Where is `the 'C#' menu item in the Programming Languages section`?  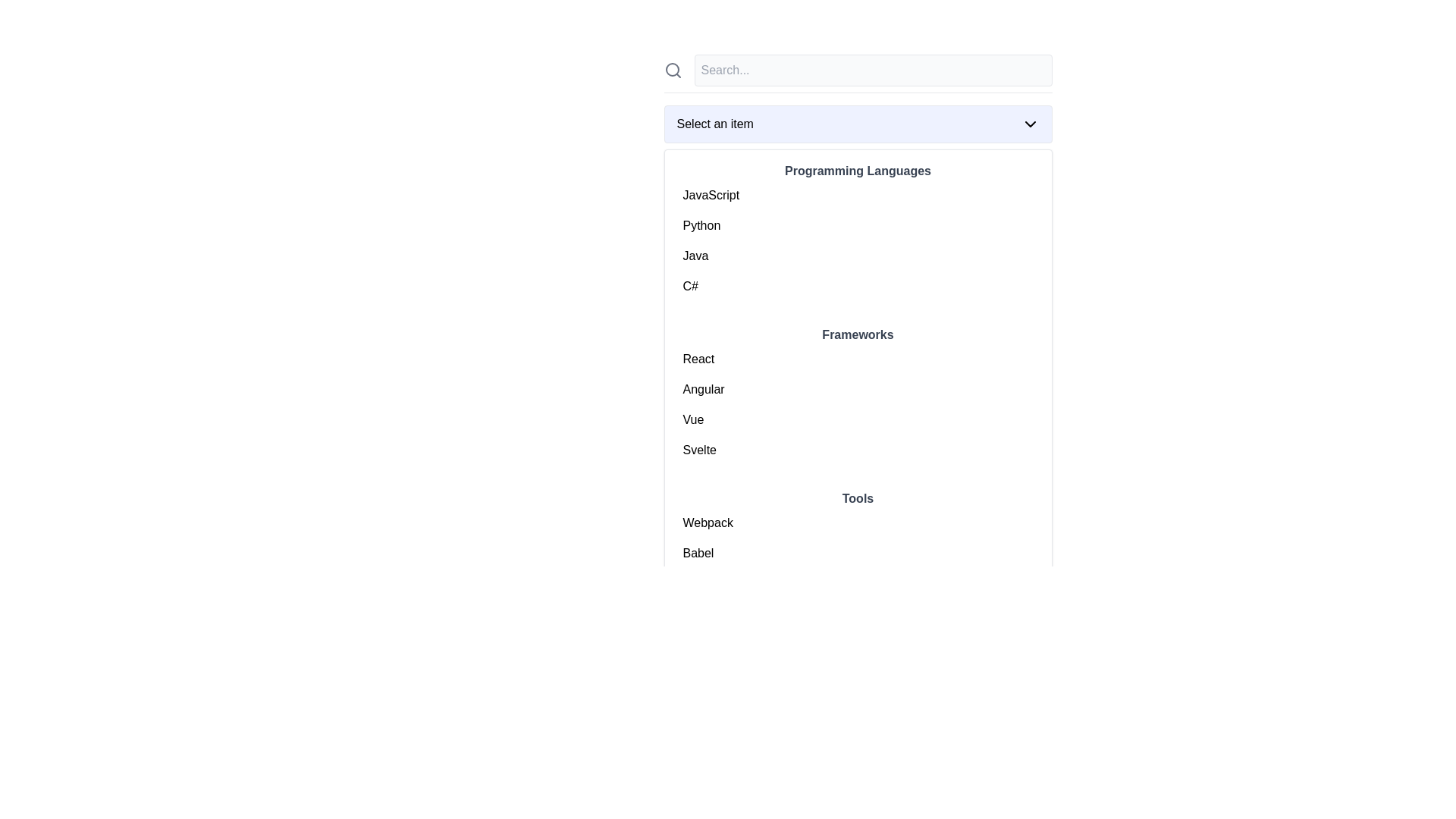
the 'C#' menu item in the Programming Languages section is located at coordinates (858, 287).